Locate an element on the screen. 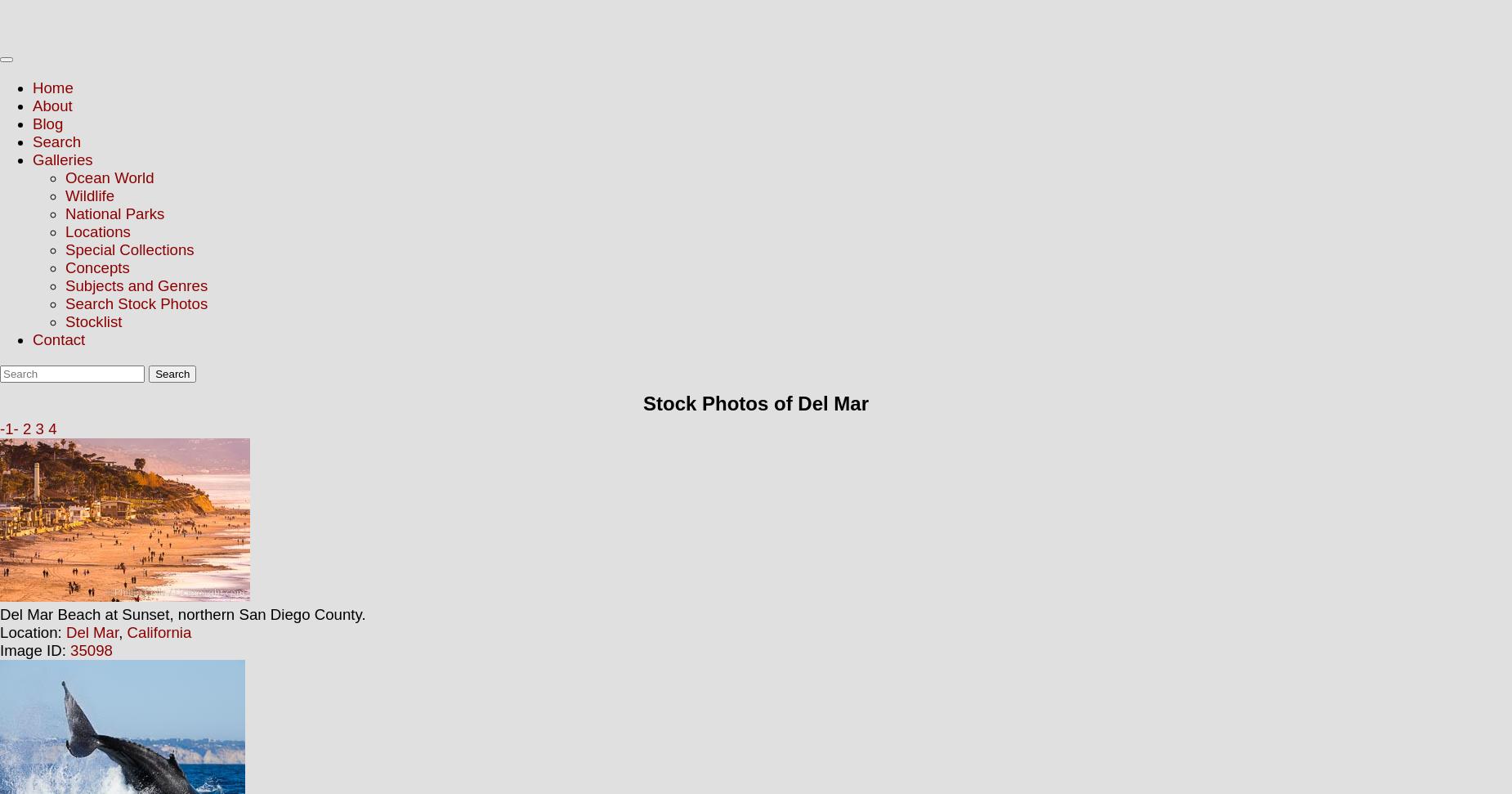  'Location:' is located at coordinates (31, 632).